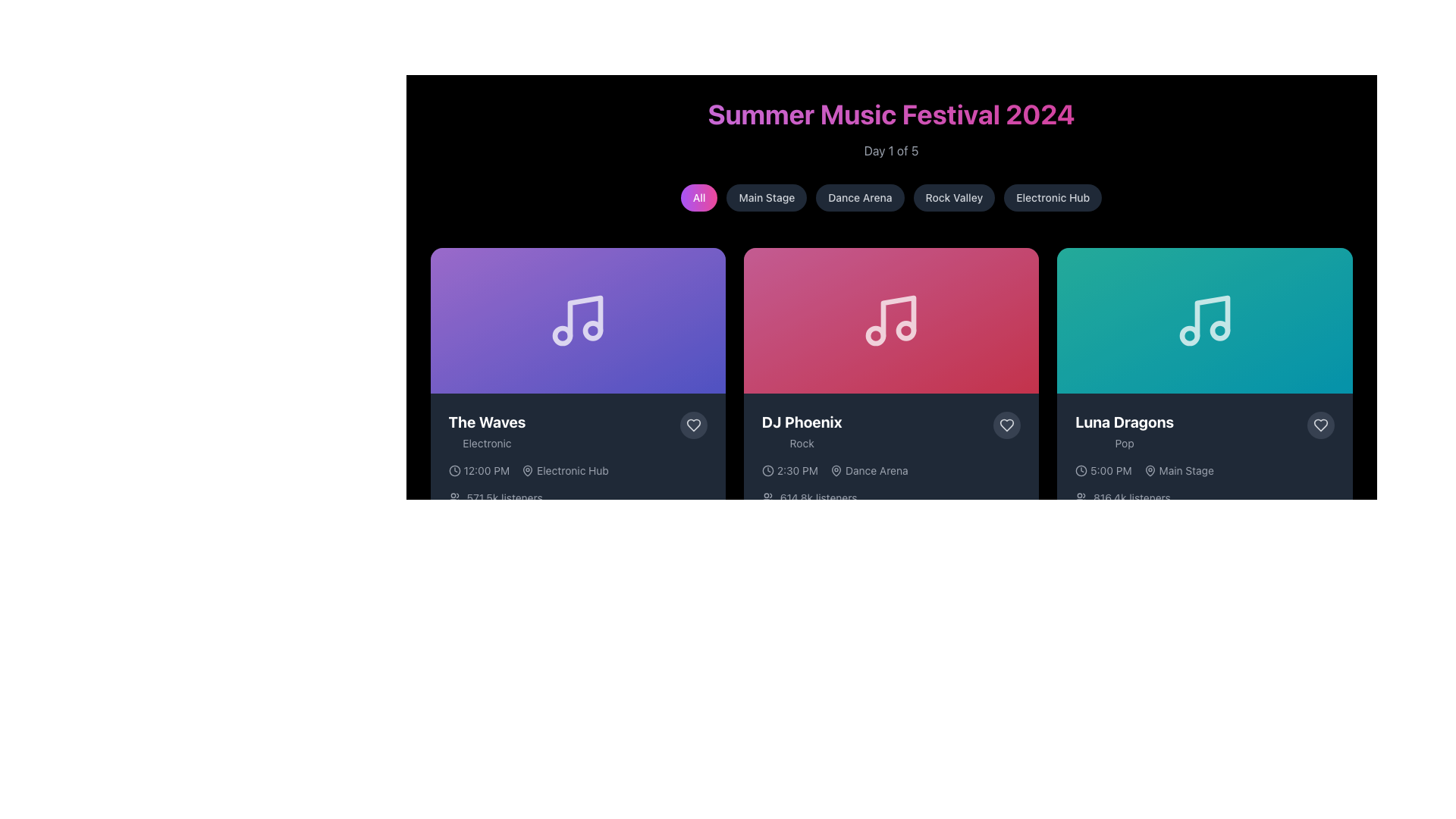  I want to click on the 'Rock Valley' button, which is the fourth button in a row of buttons below the title 'Summer Music Festival 2024', so click(952, 197).